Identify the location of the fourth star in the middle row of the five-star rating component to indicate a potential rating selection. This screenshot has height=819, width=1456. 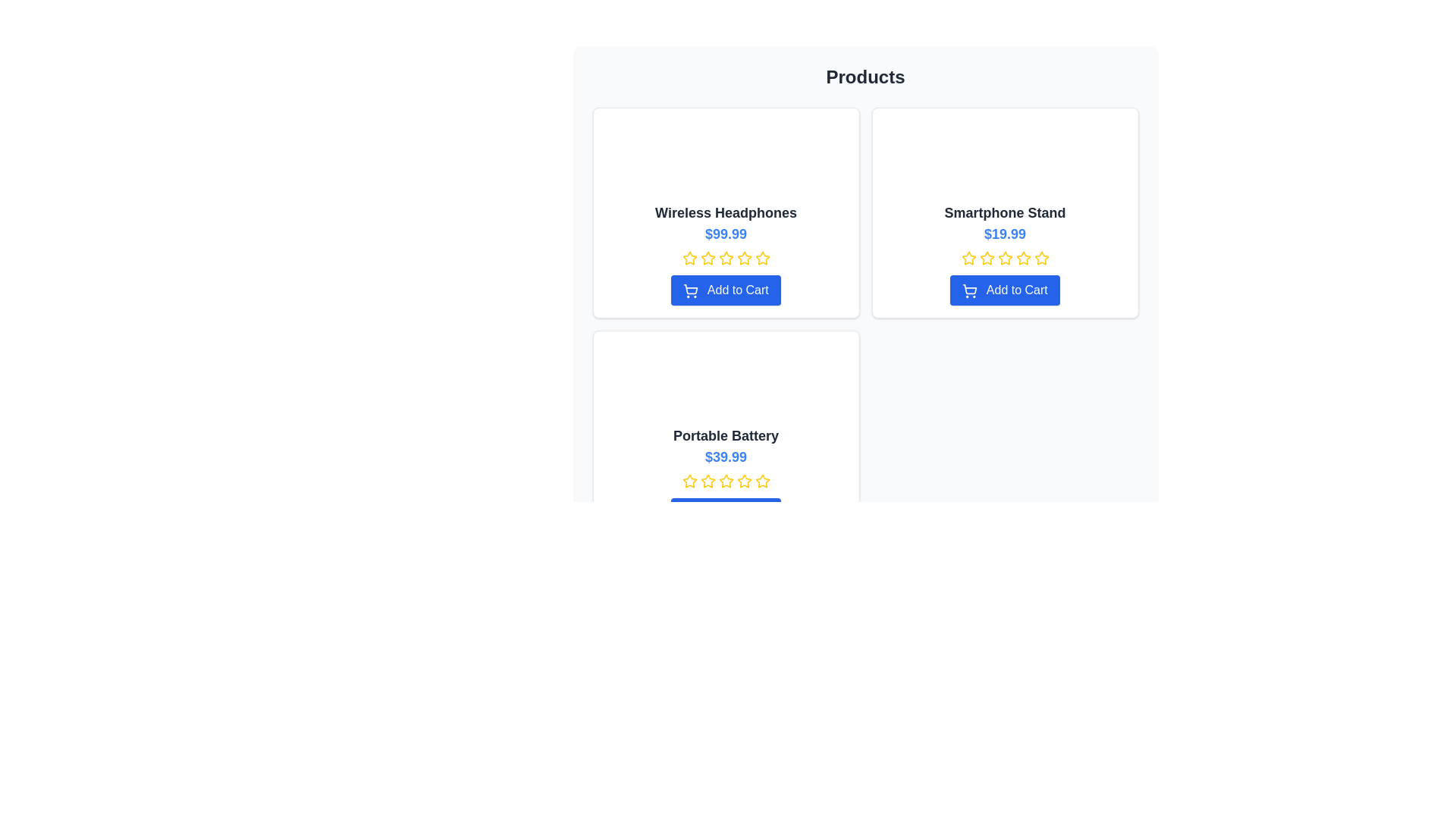
(744, 257).